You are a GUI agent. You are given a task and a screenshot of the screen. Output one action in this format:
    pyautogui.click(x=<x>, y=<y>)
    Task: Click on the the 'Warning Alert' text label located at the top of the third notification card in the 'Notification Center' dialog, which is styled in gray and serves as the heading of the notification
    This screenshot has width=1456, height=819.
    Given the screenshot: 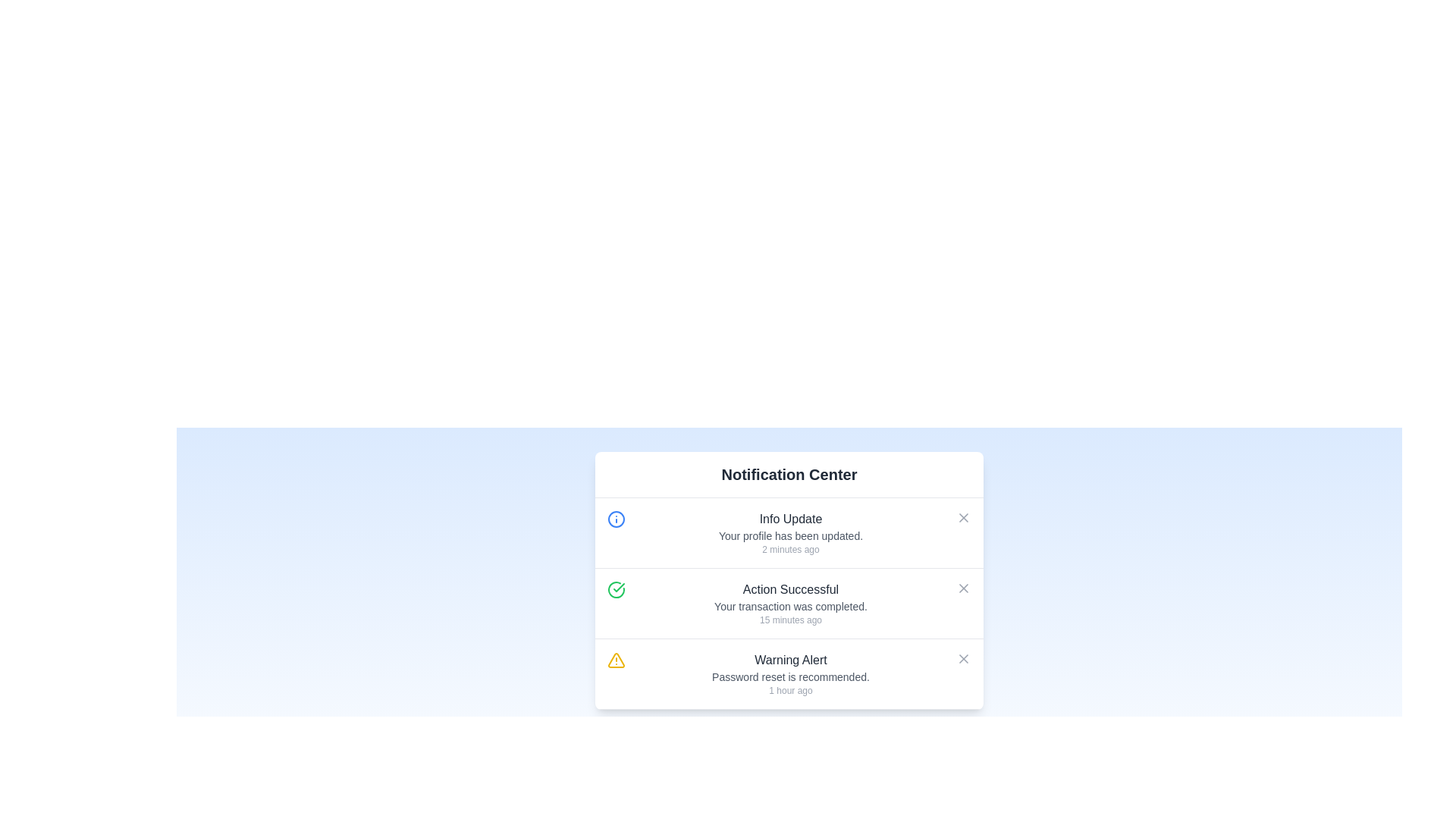 What is the action you would take?
    pyautogui.click(x=789, y=660)
    